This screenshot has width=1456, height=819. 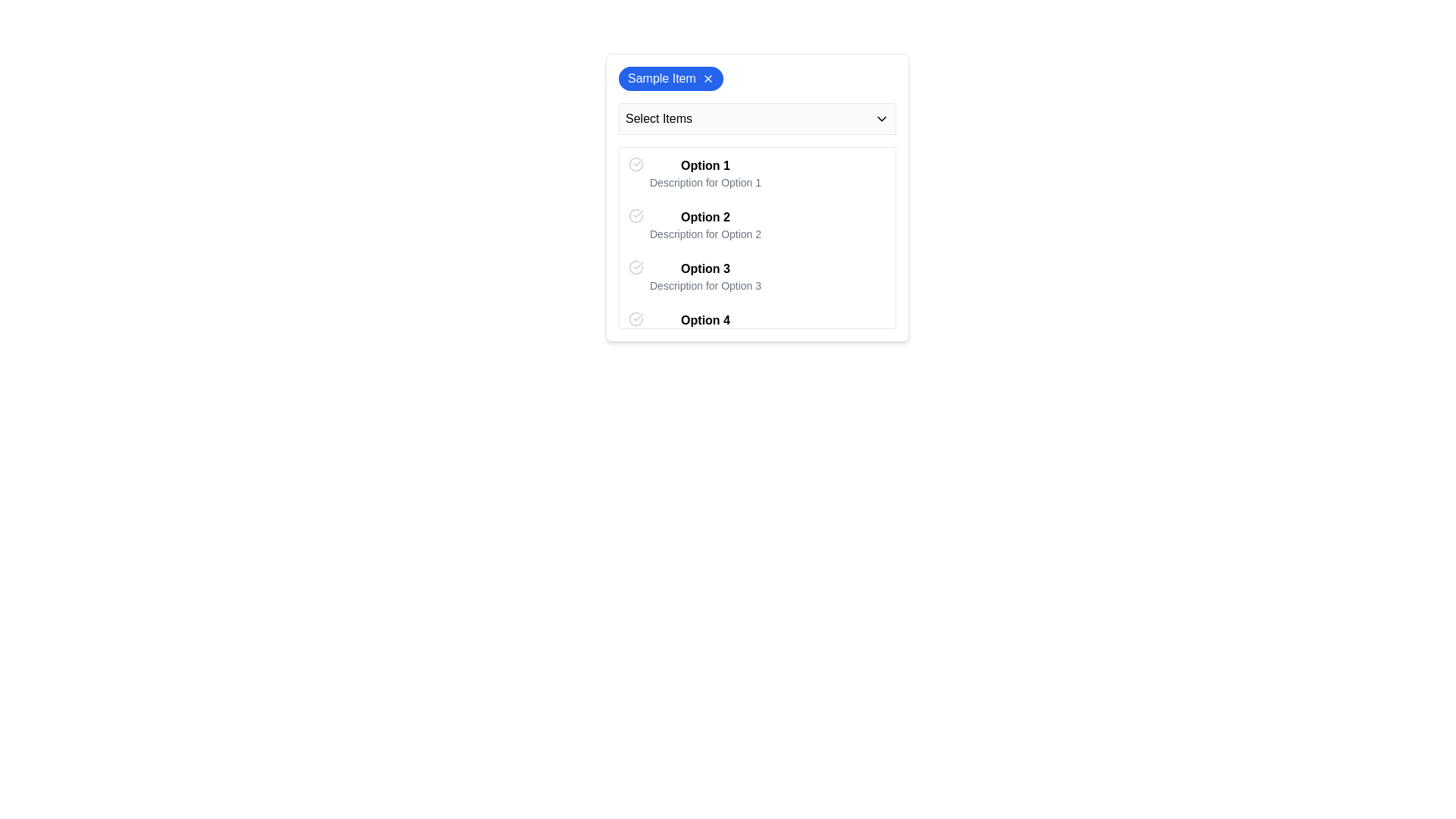 What do you see at coordinates (636, 164) in the screenshot?
I see `the circular checkmark SVG element located at the far left of the text for Option 1 in the dropdown list` at bounding box center [636, 164].